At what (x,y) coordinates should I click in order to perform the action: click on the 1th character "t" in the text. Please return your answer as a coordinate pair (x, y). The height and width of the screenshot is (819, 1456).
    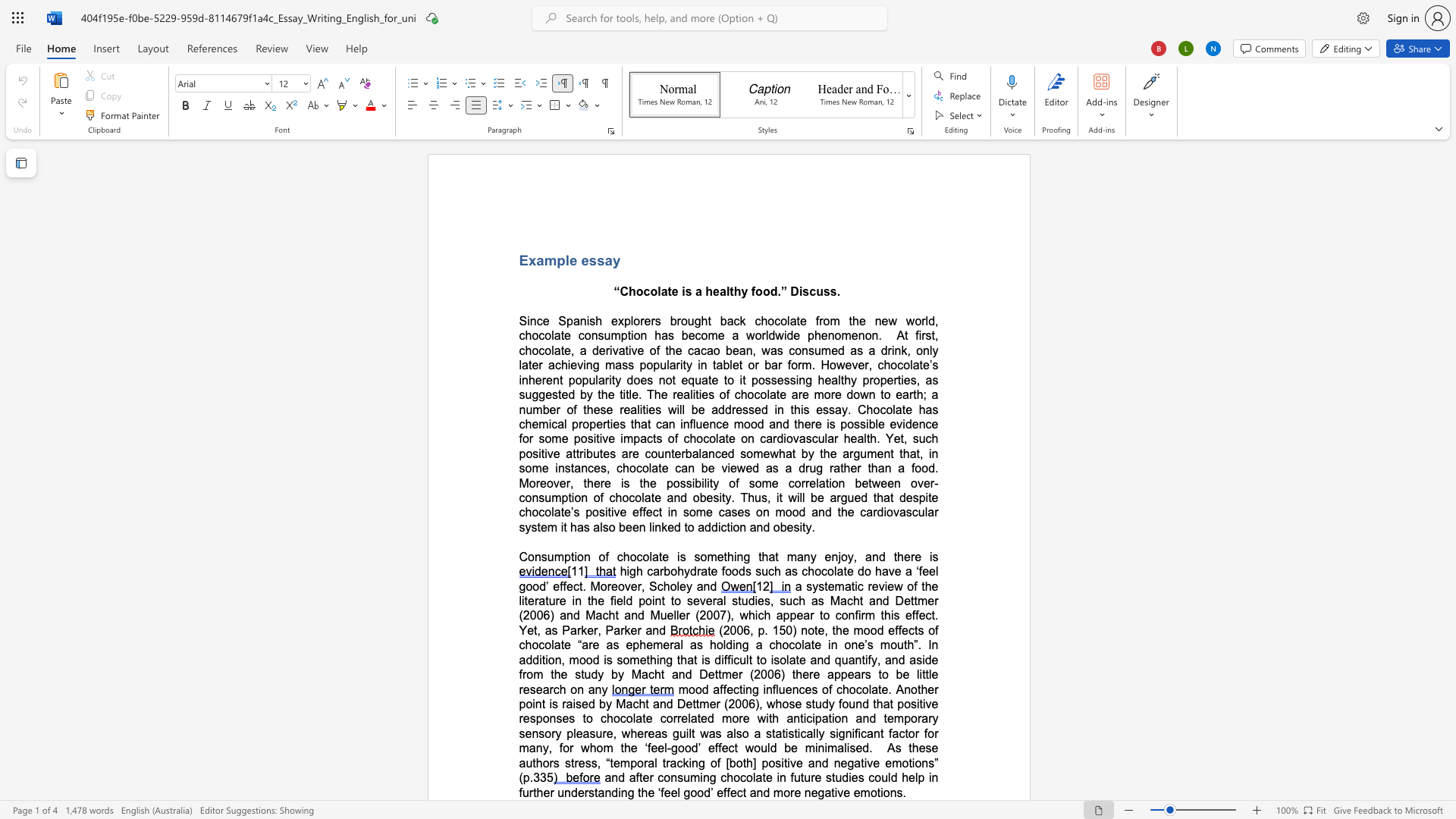
    Looking at the image, I should click on (792, 453).